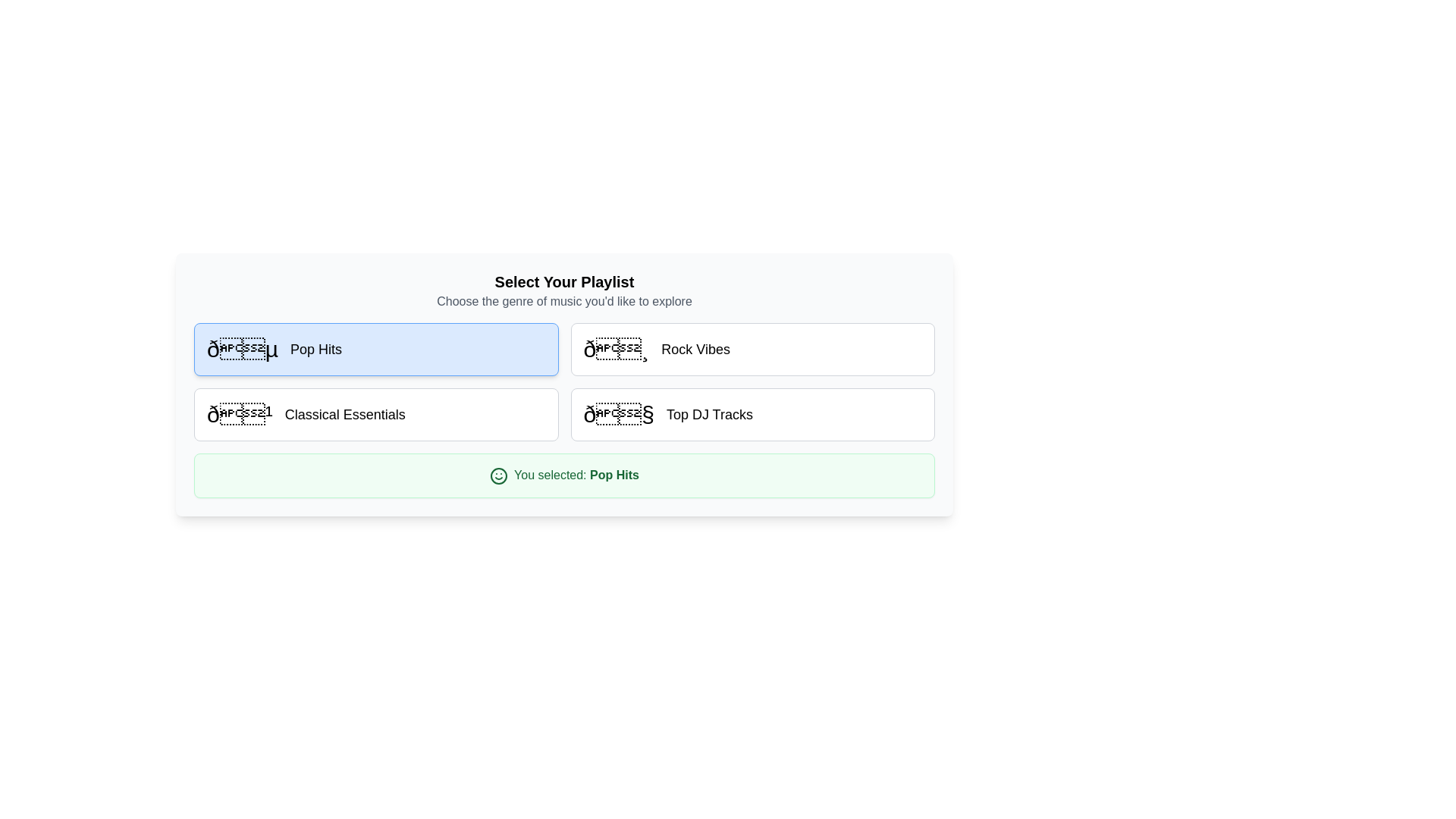 The width and height of the screenshot is (1456, 819). Describe the element at coordinates (563, 281) in the screenshot. I see `the heading element that serves as a title for the playlist selection interface, positioned above the subtitle 'Choose the genre of music you'd like to explore.'` at that location.